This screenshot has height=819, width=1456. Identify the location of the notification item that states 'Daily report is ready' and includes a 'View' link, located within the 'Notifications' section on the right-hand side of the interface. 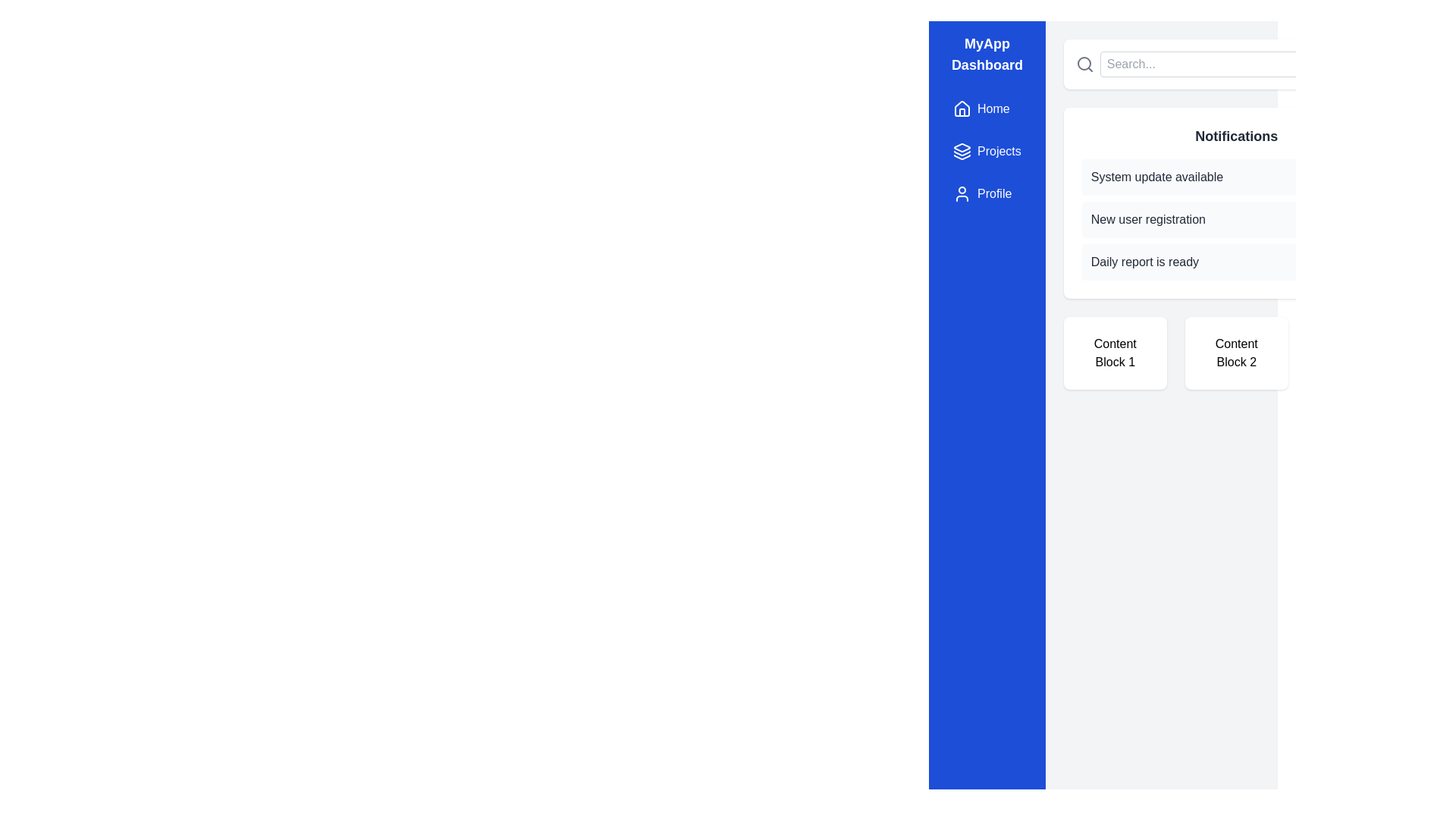
(1236, 262).